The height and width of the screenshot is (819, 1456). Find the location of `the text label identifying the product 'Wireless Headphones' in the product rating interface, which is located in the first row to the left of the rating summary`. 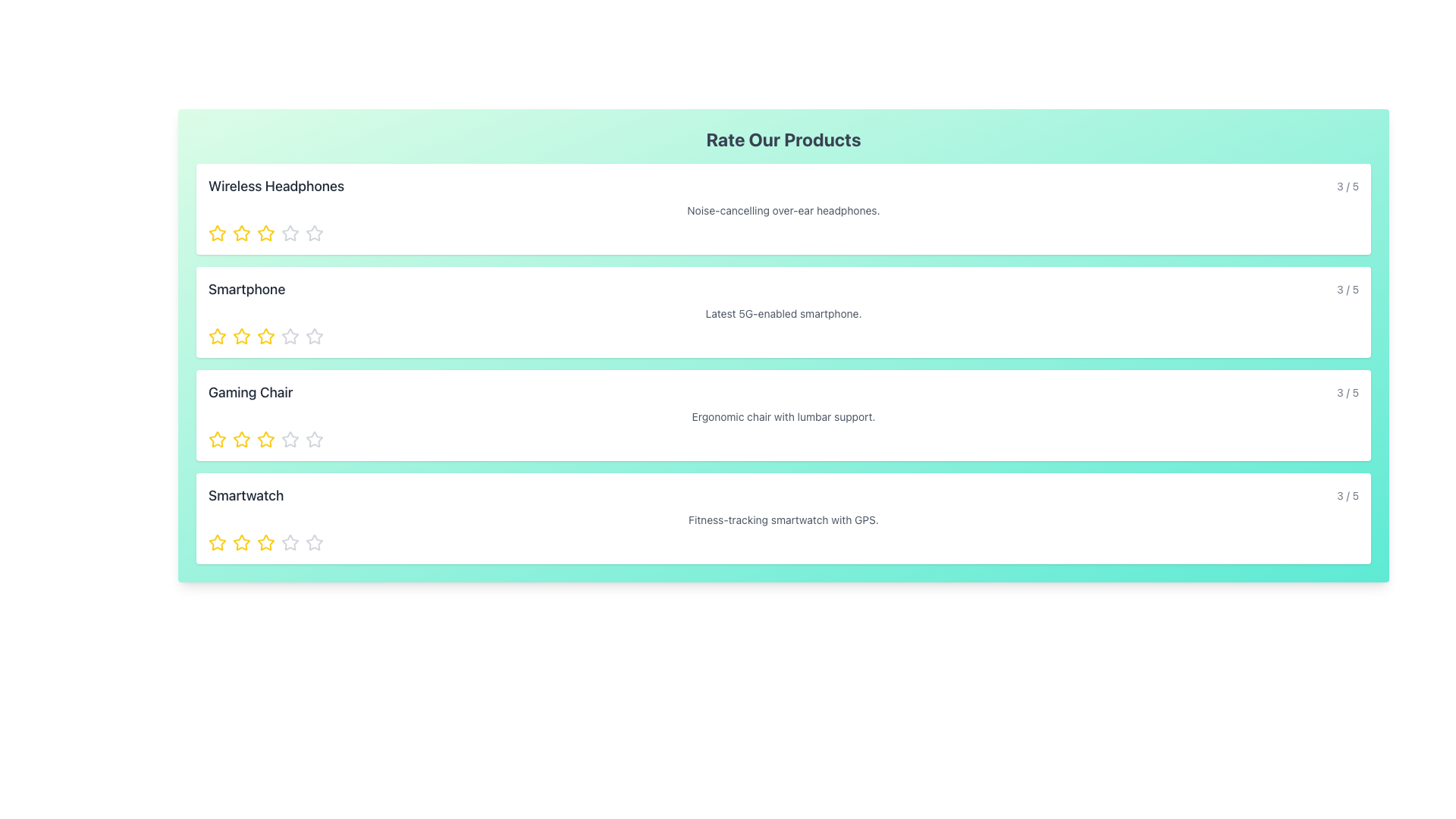

the text label identifying the product 'Wireless Headphones' in the product rating interface, which is located in the first row to the left of the rating summary is located at coordinates (276, 186).